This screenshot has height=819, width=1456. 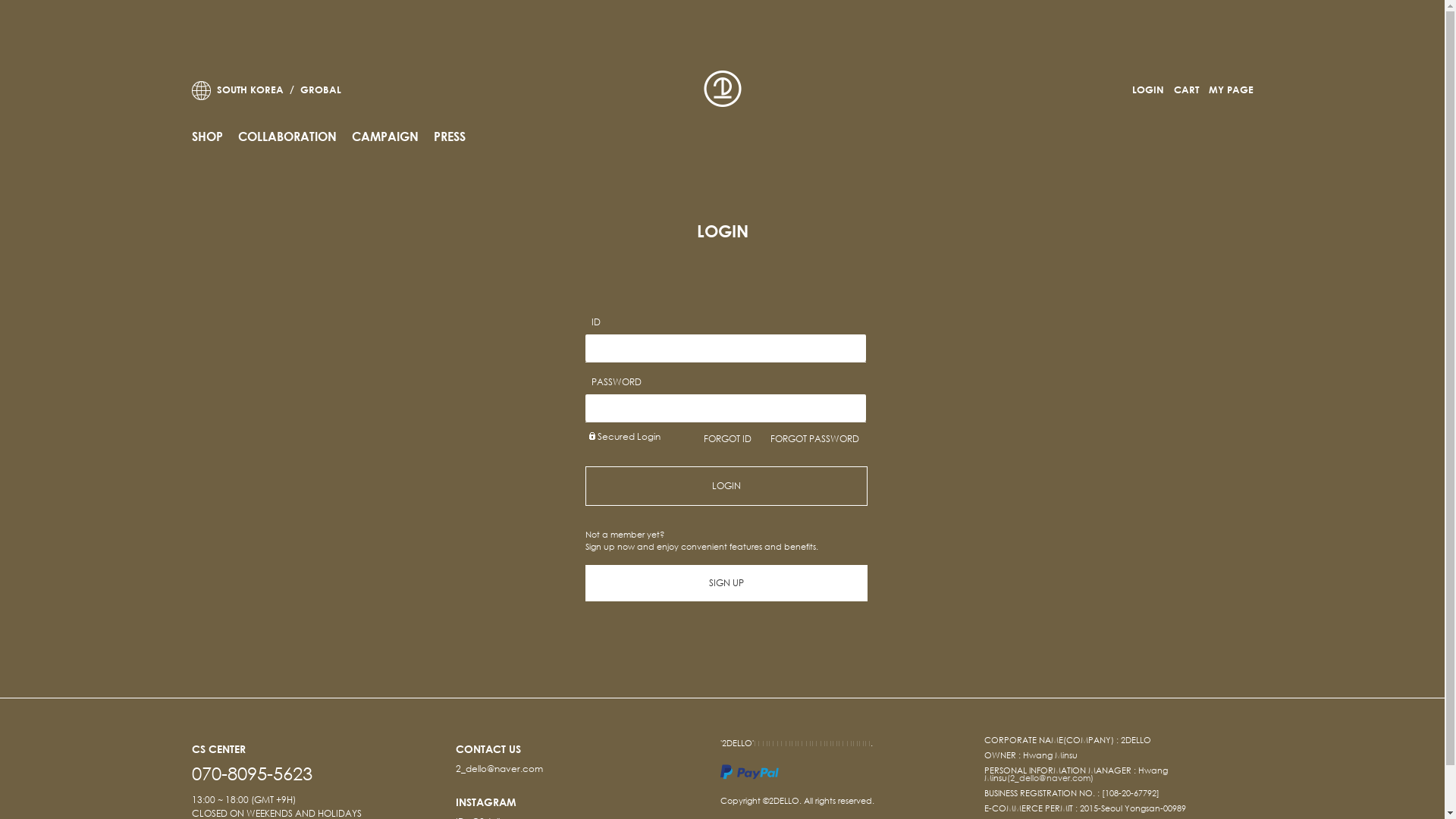 I want to click on 'MY PAGE', so click(x=1227, y=89).